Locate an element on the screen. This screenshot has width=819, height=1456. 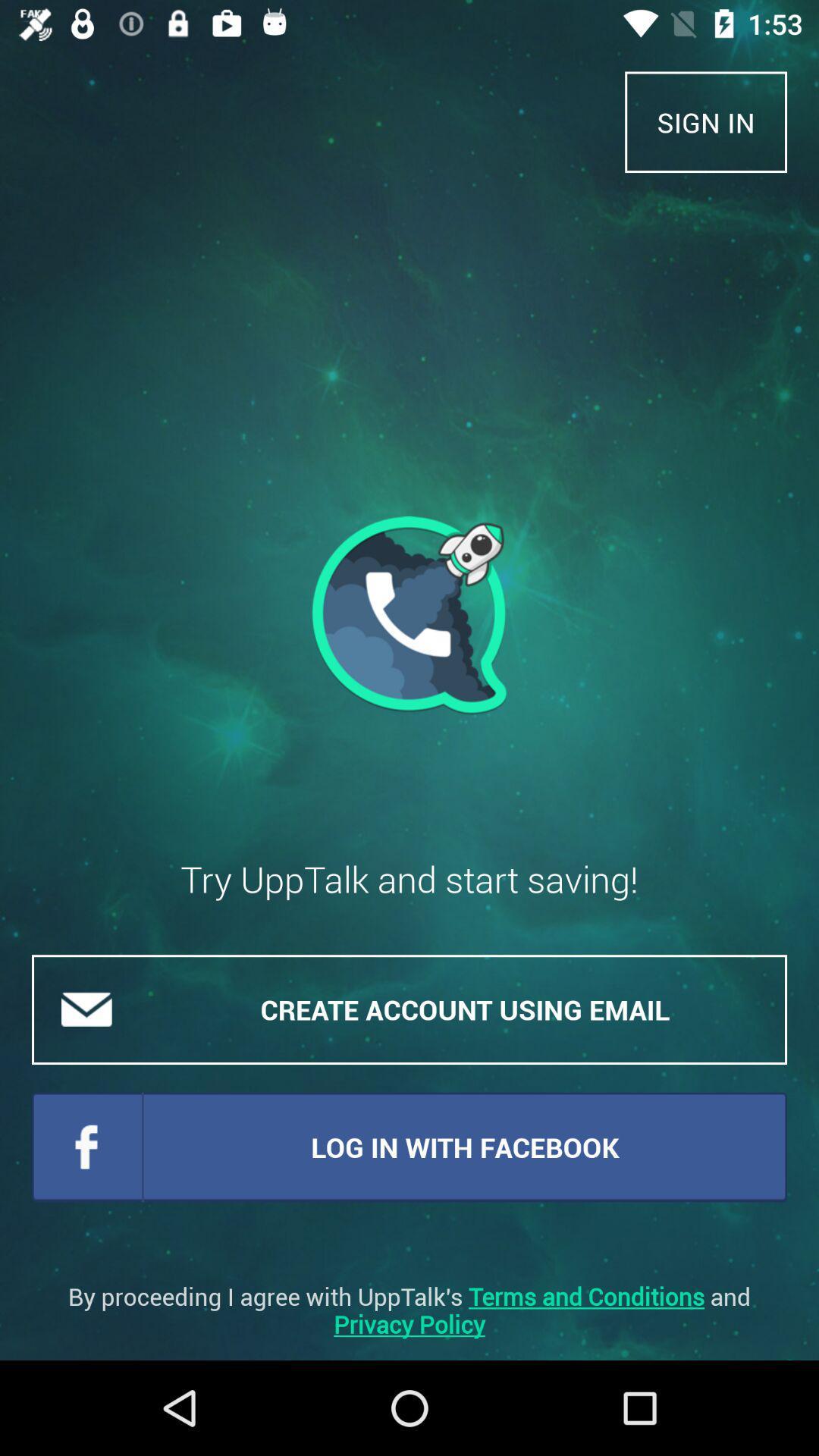
item above try upptalk and is located at coordinates (706, 122).